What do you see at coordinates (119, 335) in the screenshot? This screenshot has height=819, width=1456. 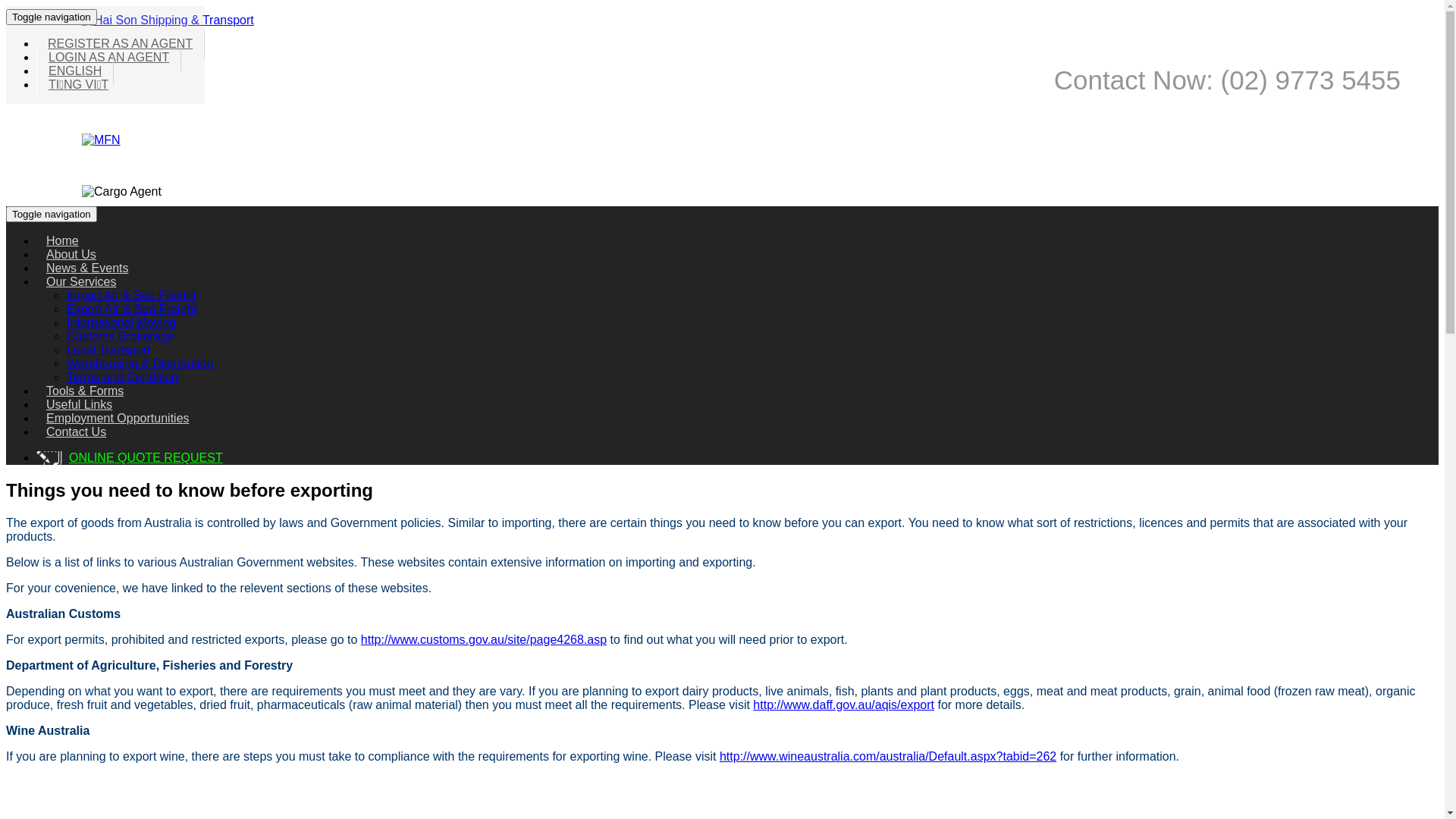 I see `'Customs Brokerage'` at bounding box center [119, 335].